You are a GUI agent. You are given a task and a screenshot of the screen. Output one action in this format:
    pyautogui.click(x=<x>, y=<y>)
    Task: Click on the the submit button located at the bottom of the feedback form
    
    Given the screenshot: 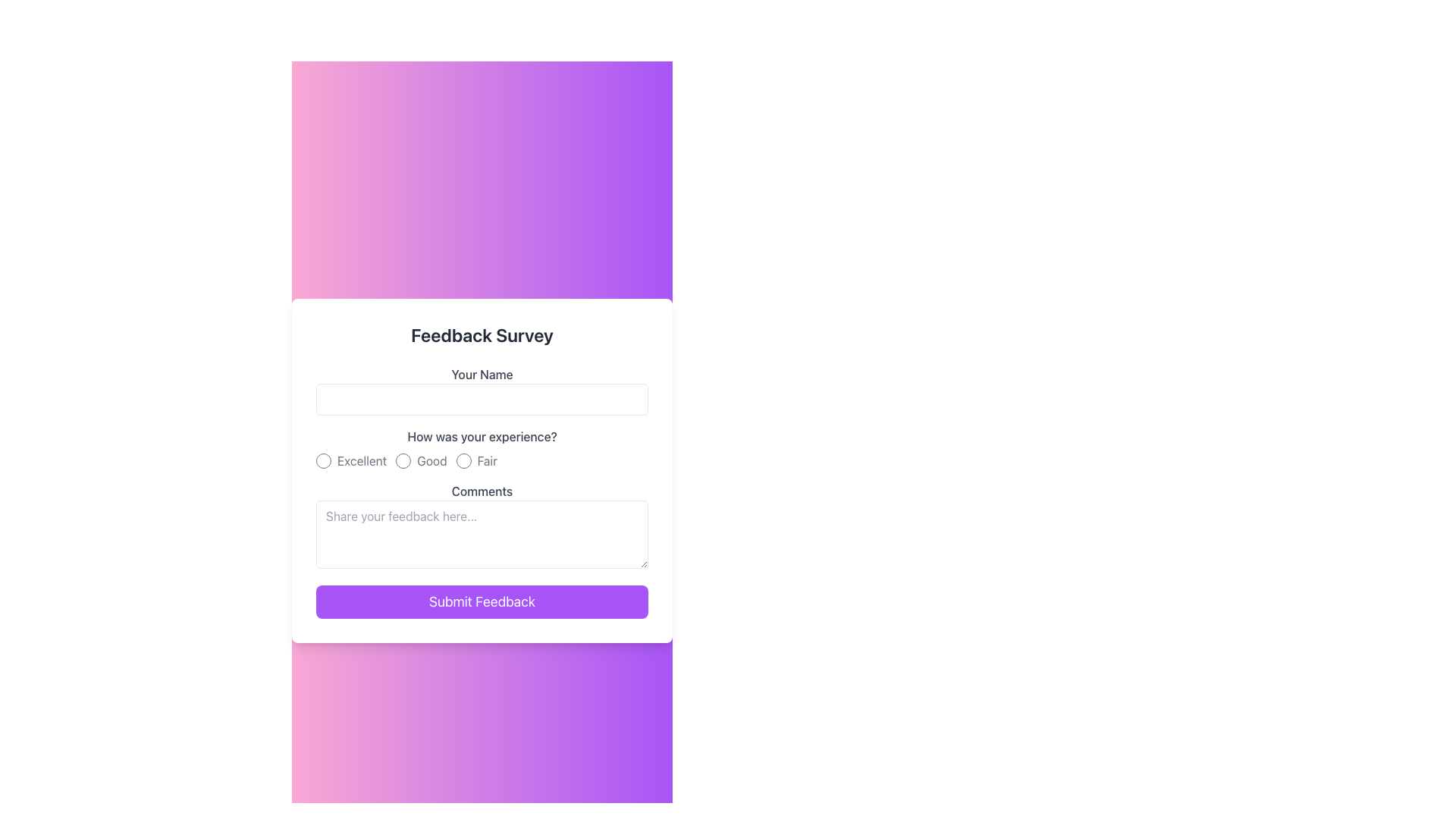 What is the action you would take?
    pyautogui.click(x=481, y=601)
    